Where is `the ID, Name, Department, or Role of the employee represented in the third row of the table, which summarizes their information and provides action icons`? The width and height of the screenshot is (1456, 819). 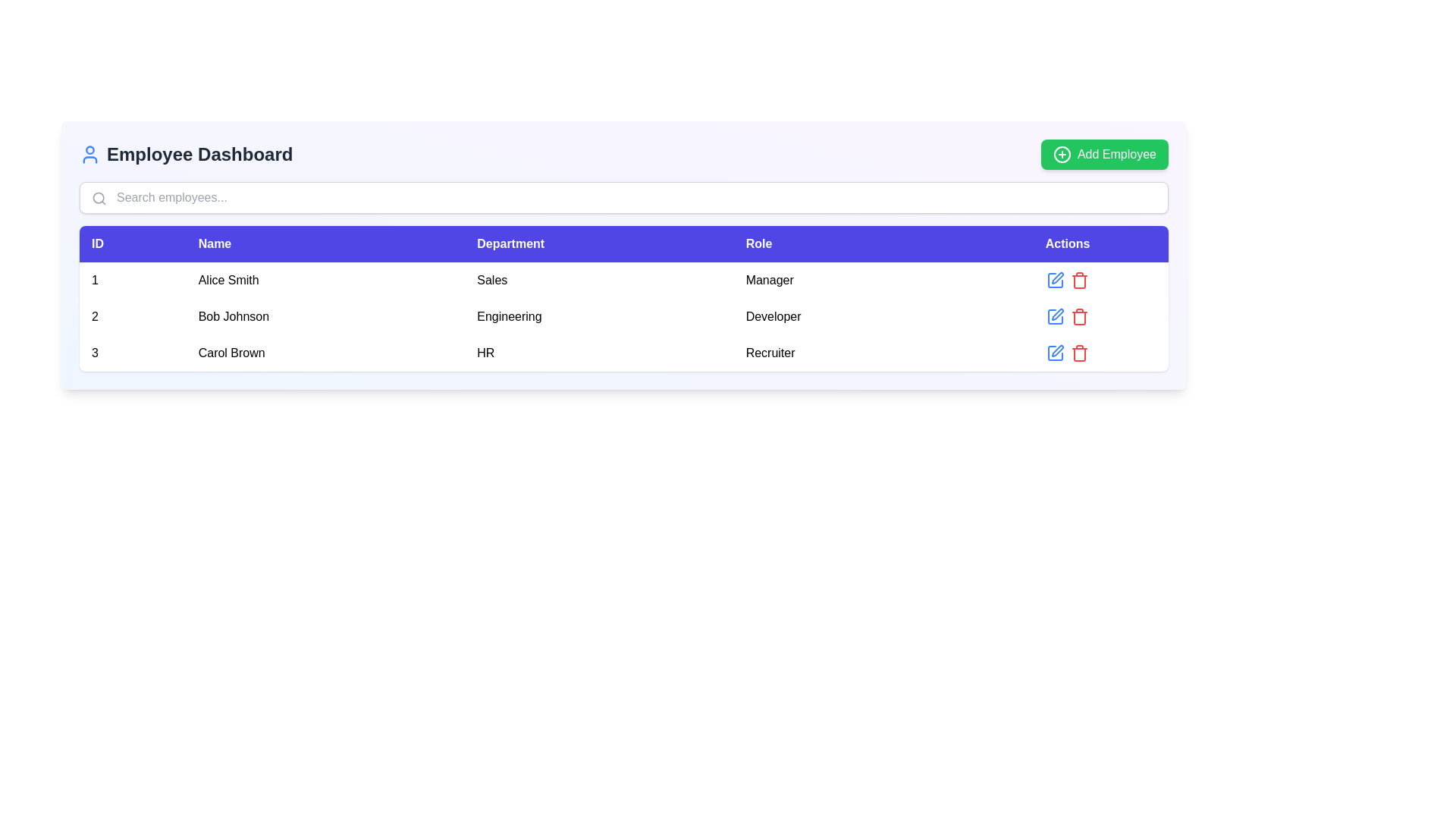
the ID, Name, Department, or Role of the employee represented in the third row of the table, which summarizes their information and provides action icons is located at coordinates (623, 353).